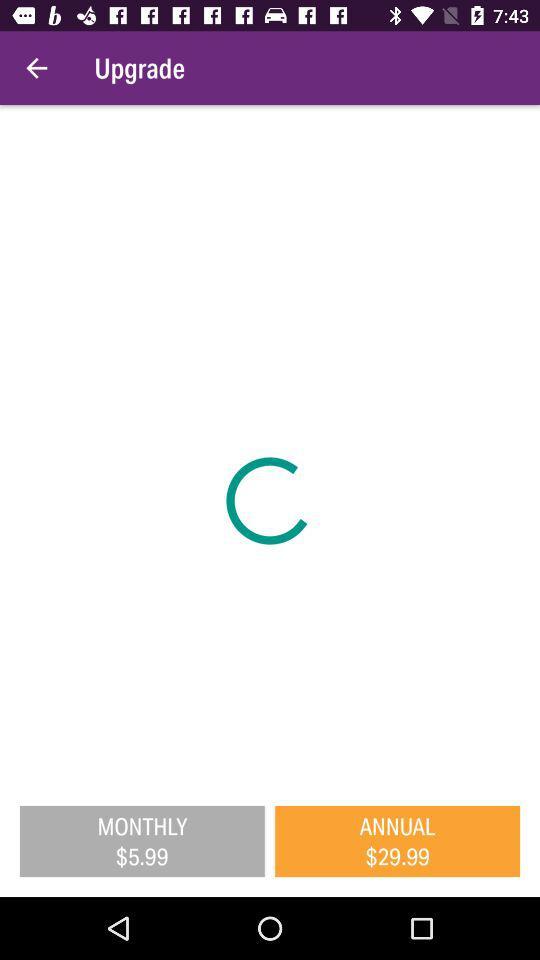  What do you see at coordinates (141, 840) in the screenshot?
I see `the item to the left of the annual` at bounding box center [141, 840].